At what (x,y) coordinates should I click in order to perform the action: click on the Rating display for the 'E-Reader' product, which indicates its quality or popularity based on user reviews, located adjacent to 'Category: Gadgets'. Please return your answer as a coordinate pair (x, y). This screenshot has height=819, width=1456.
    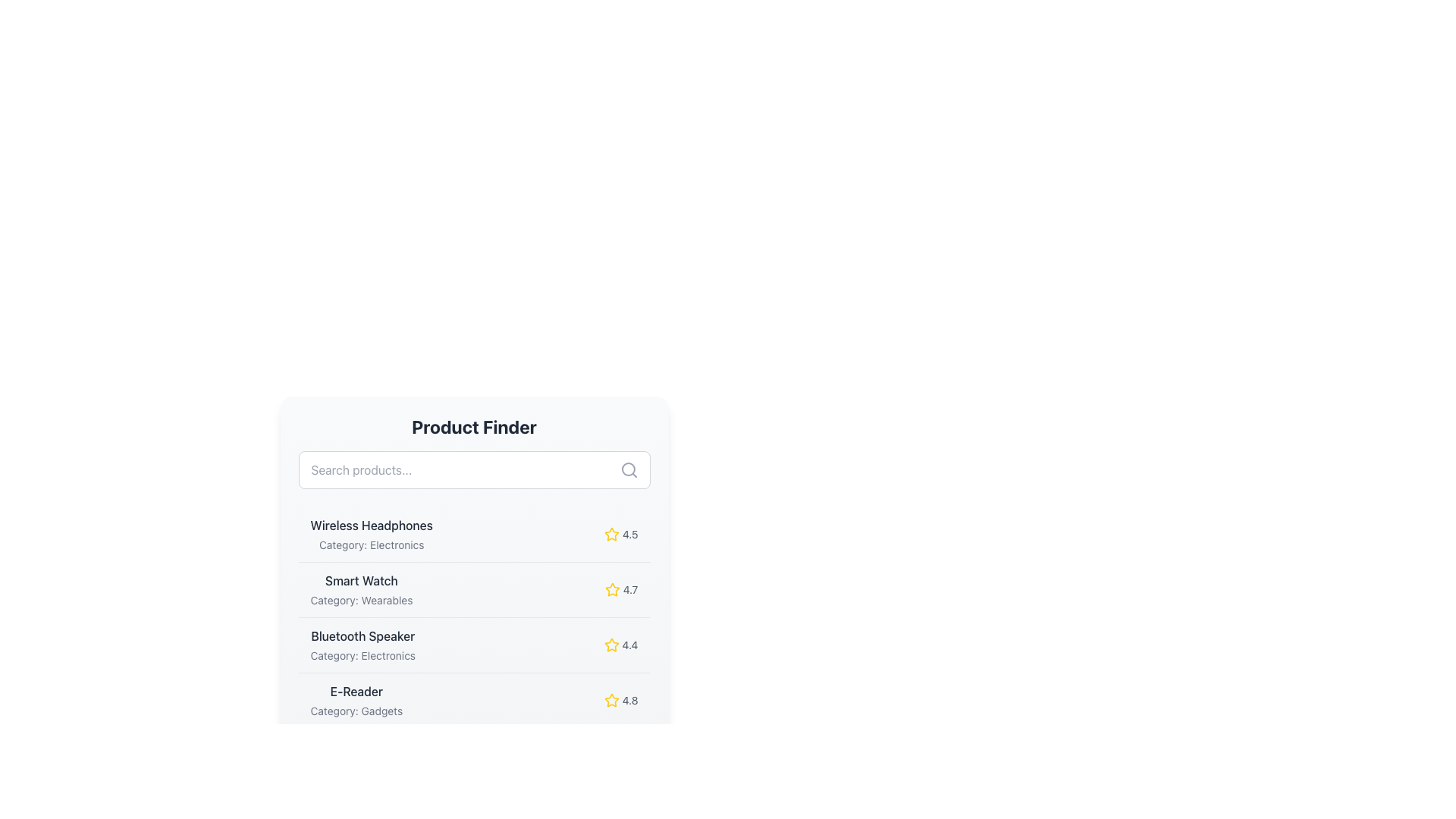
    Looking at the image, I should click on (621, 701).